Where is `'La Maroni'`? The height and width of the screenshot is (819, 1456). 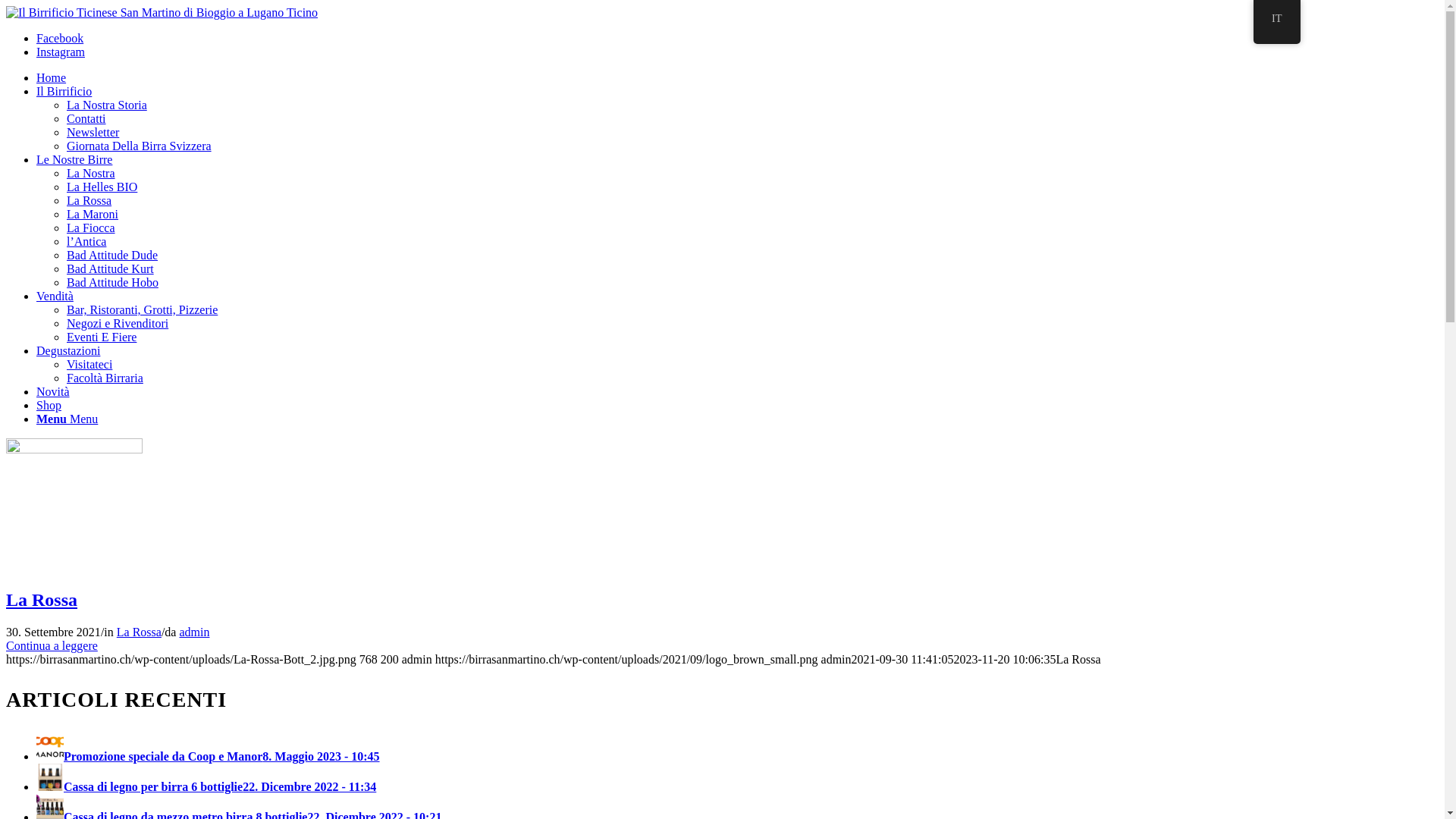
'La Maroni' is located at coordinates (91, 214).